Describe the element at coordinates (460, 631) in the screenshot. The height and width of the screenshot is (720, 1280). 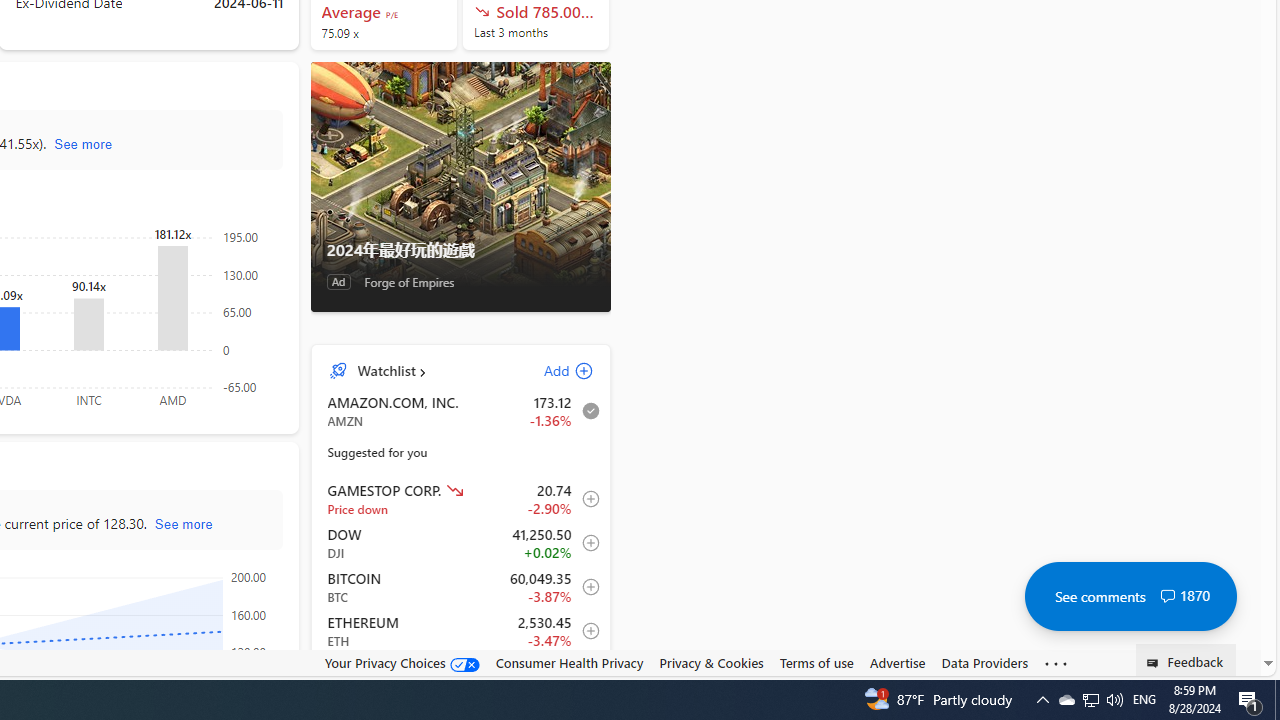
I see `'ETH Ethereum decrease 2,530.45 -87.83 -3.47% item3'` at that location.